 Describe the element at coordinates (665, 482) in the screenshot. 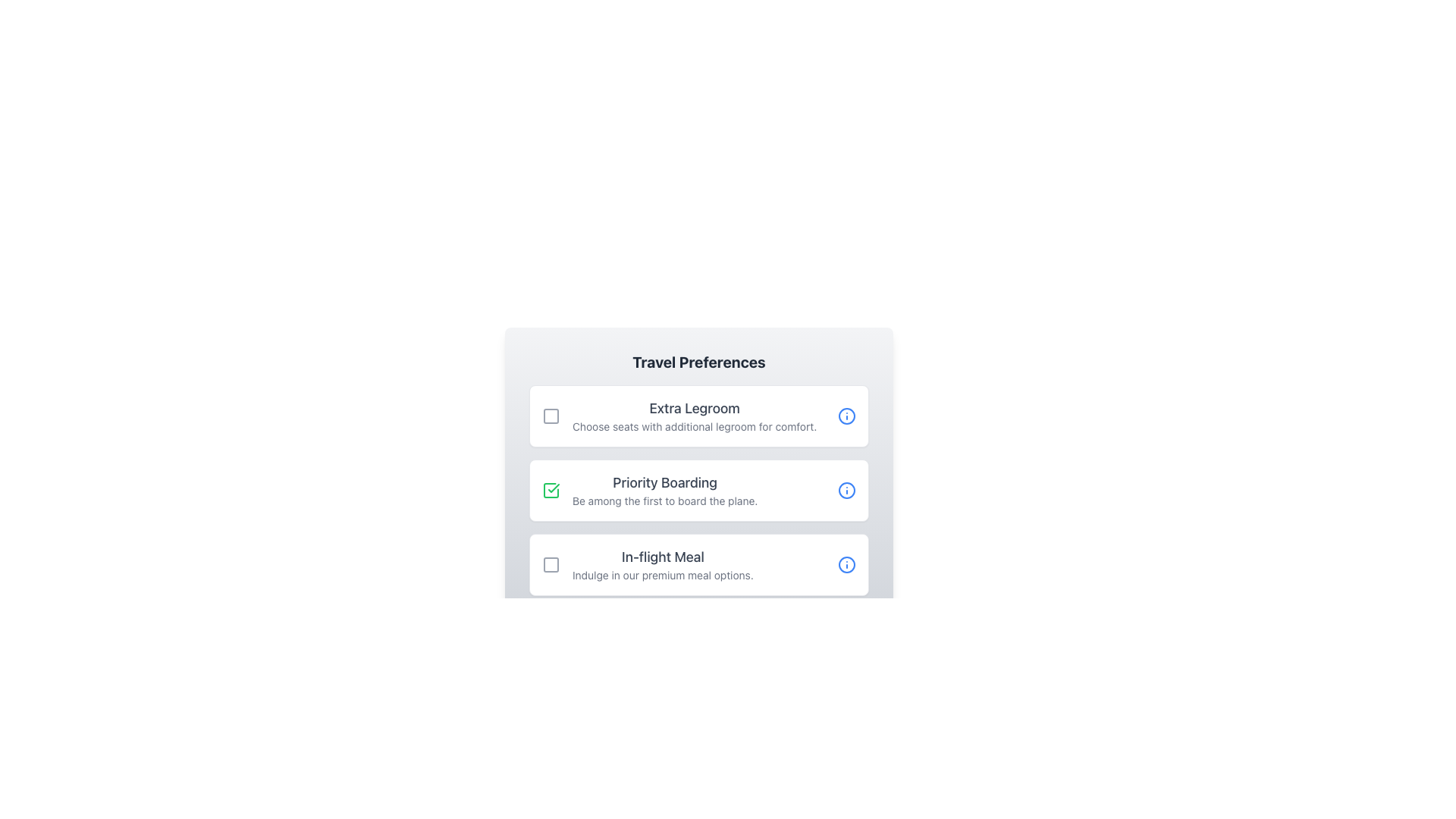

I see `the text element reading 'Priority Boarding' which is centrally positioned in the second option of the travel preferences list` at that location.